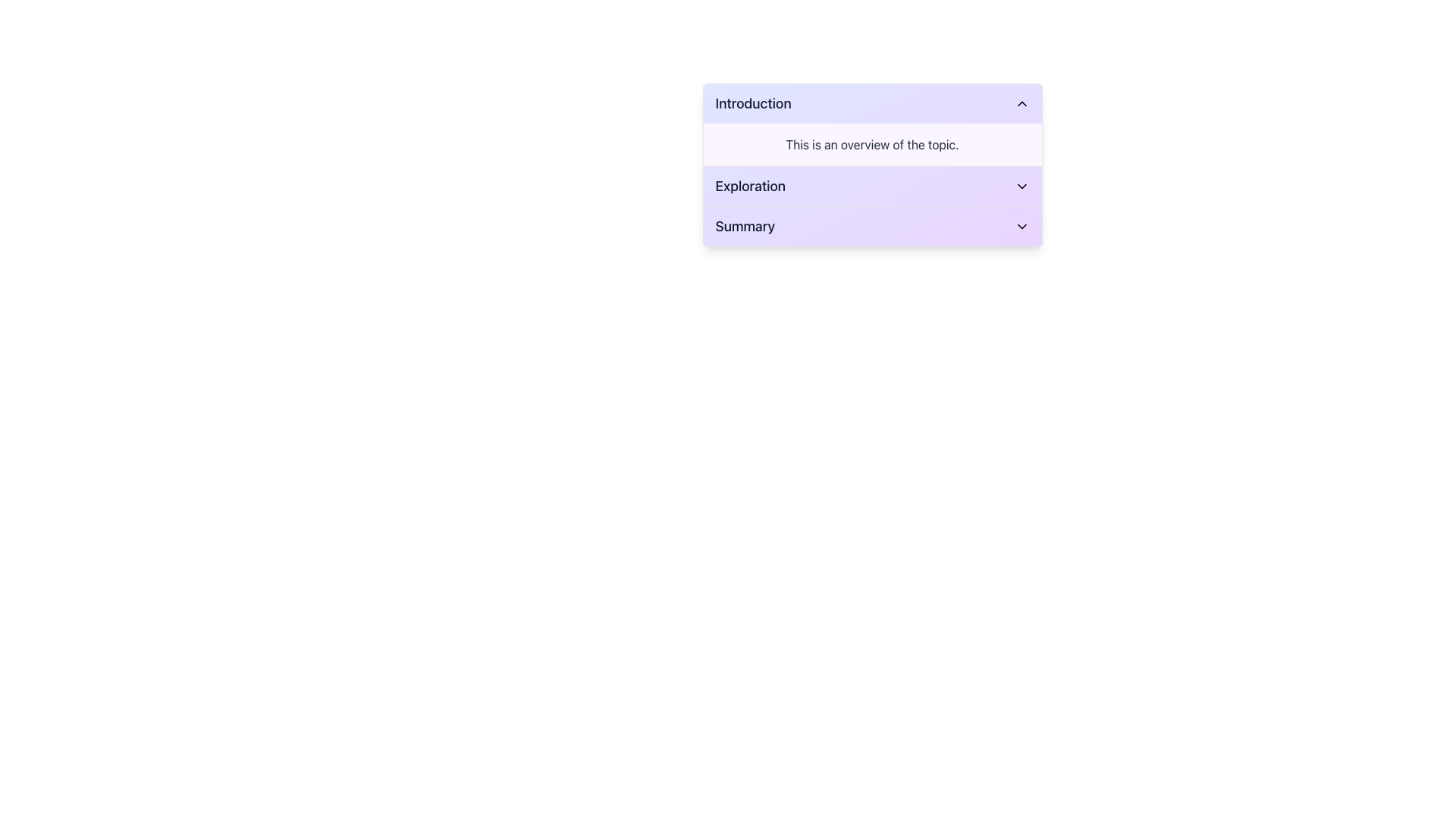  What do you see at coordinates (1021, 103) in the screenshot?
I see `the chevron icon located at the rightmost side of the 'Introduction' section header` at bounding box center [1021, 103].